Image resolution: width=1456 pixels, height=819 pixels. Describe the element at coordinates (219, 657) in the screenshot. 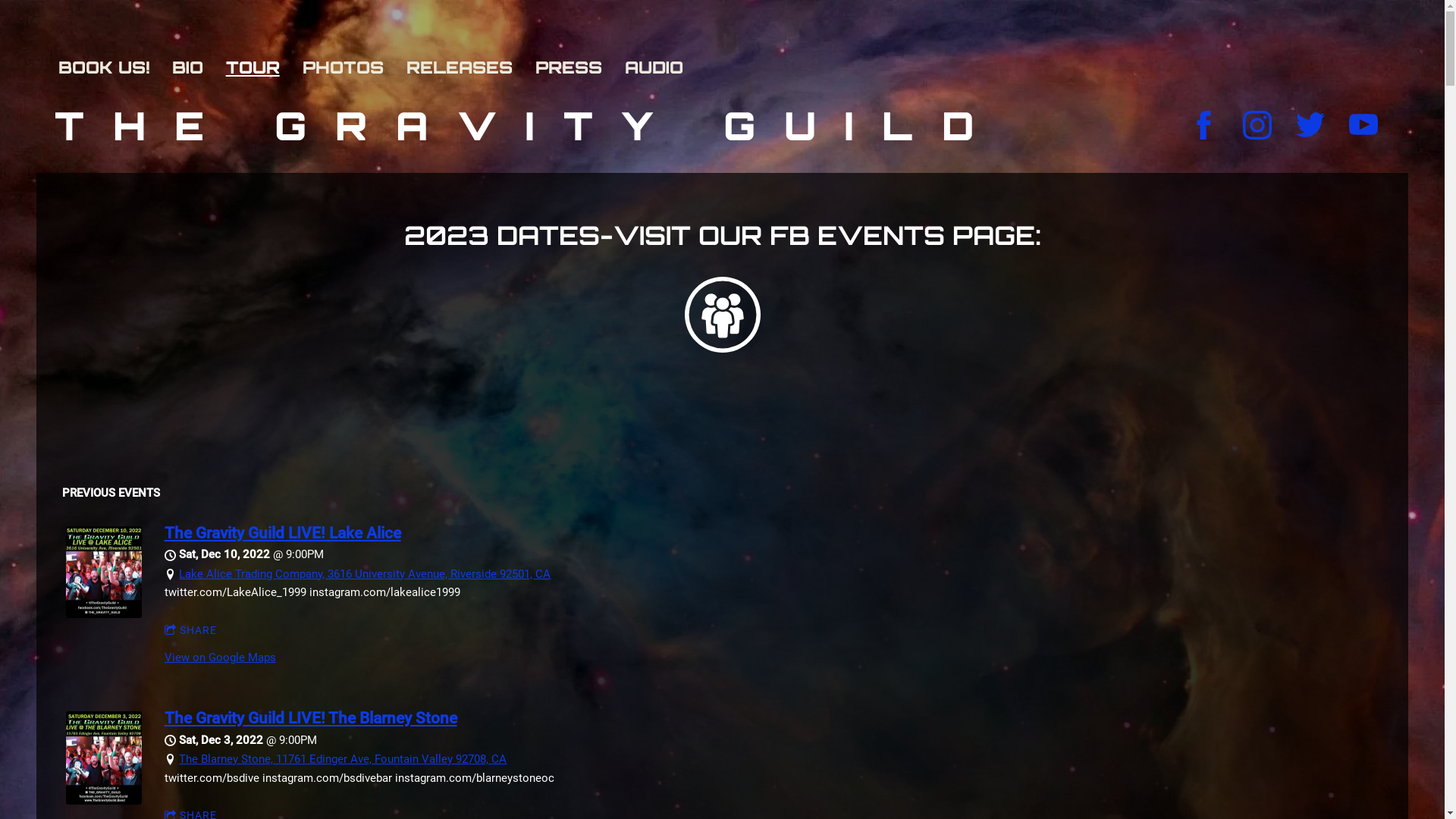

I see `'View on Google Maps'` at that location.